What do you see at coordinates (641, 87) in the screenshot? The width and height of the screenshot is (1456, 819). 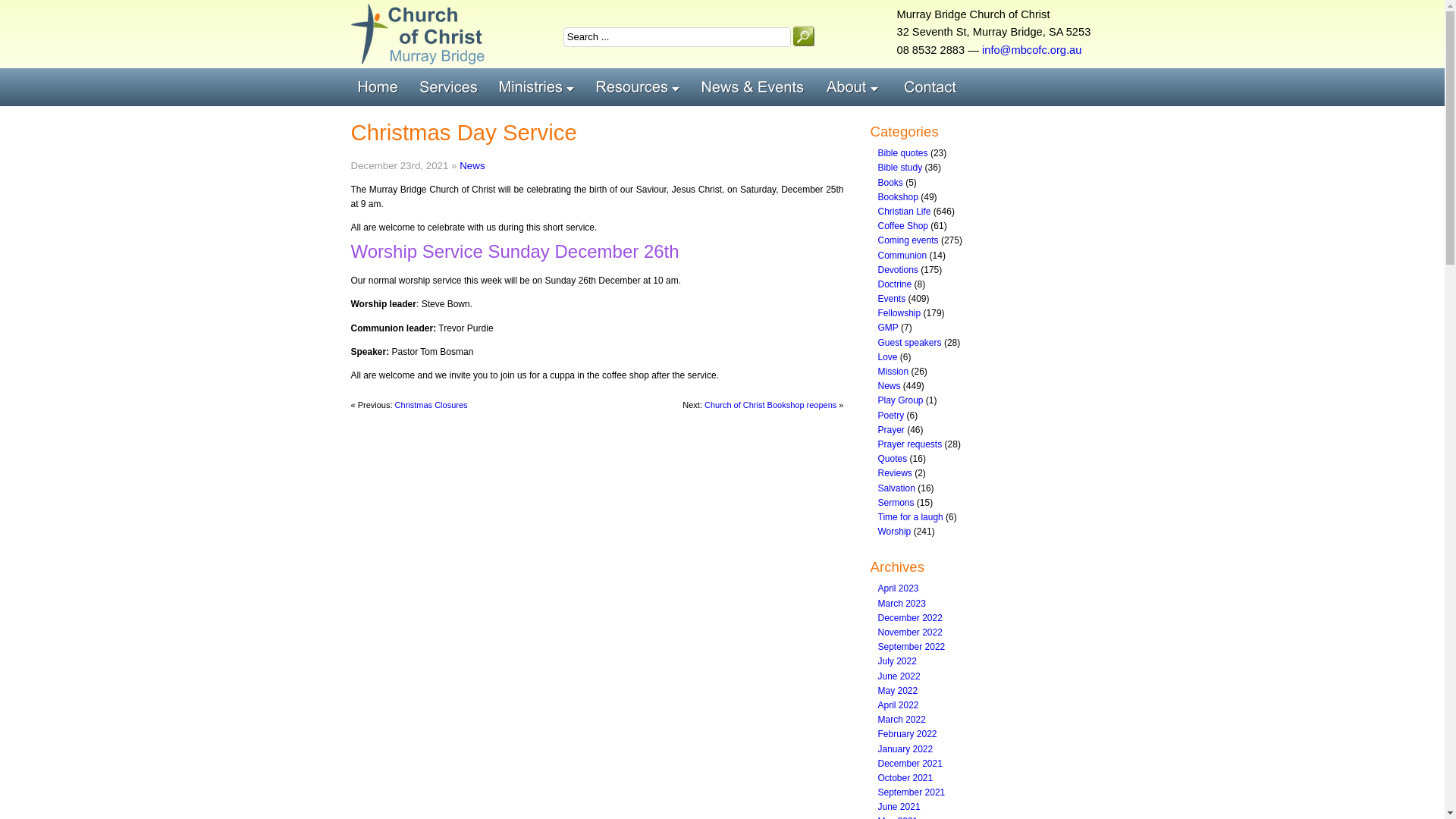 I see `'Resources & Links'` at bounding box center [641, 87].